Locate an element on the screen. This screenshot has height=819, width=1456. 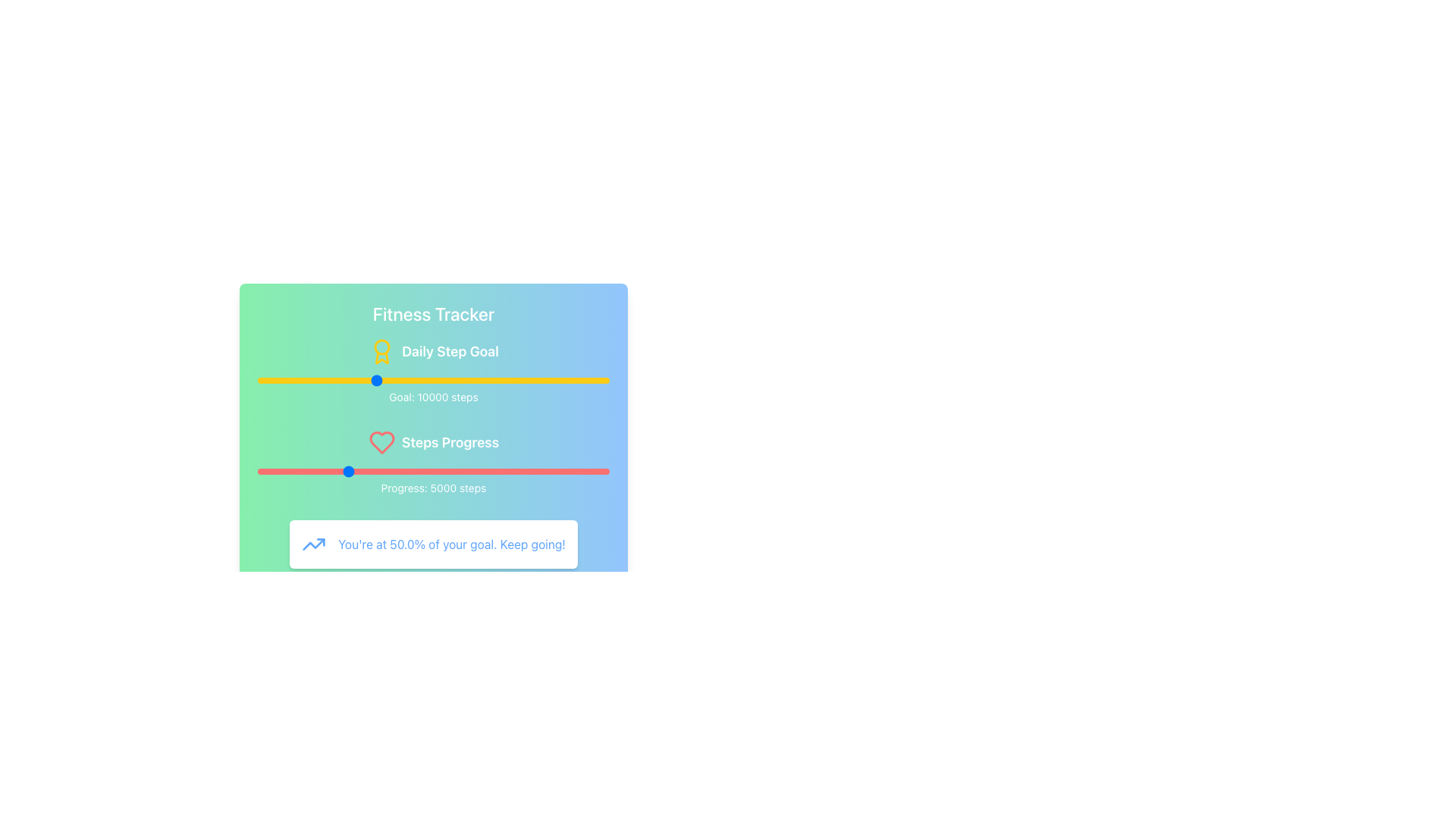
the daily step goal is located at coordinates (392, 379).